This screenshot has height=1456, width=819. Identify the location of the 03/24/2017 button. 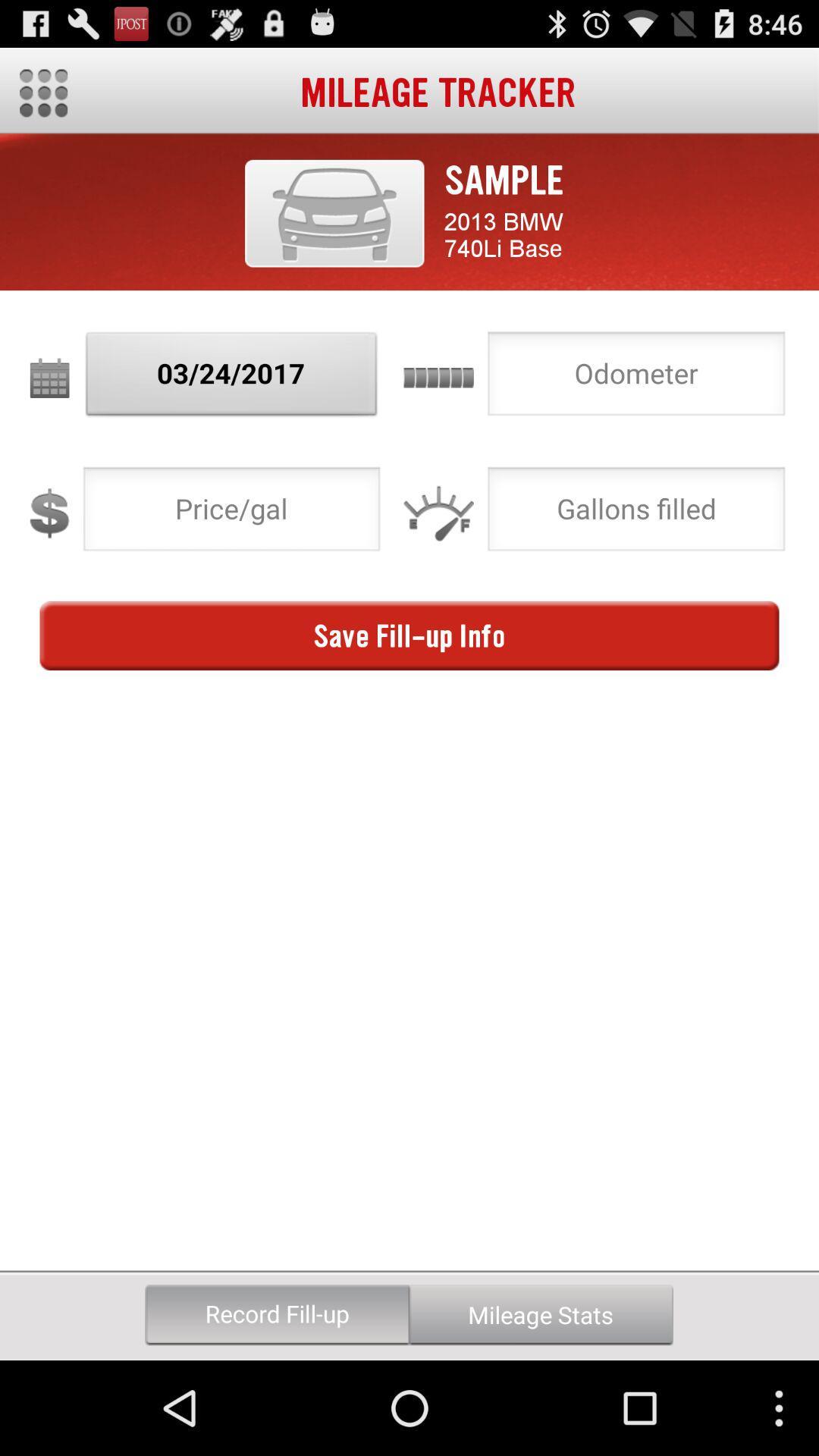
(231, 378).